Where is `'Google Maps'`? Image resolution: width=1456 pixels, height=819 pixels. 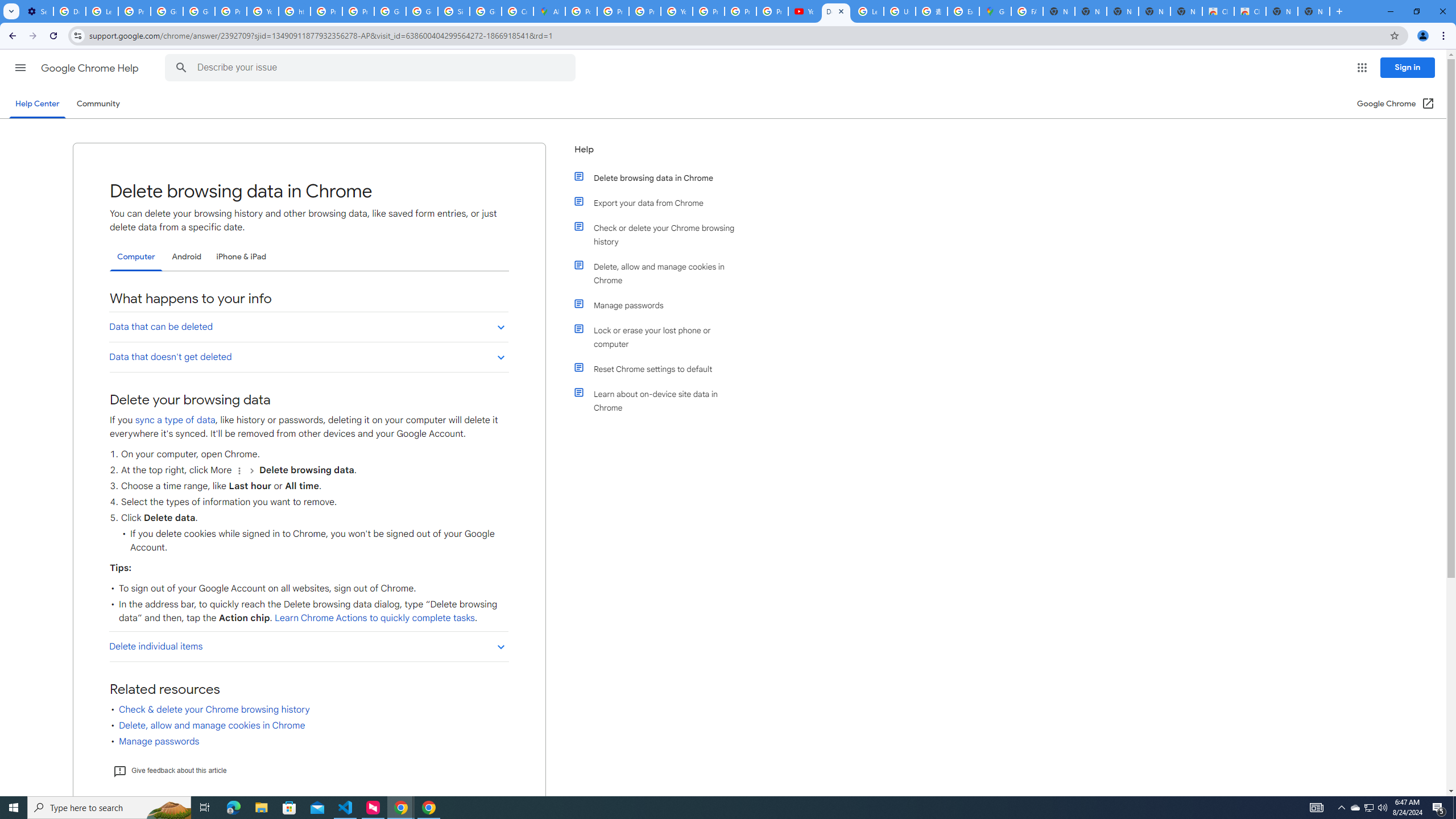
'Google Maps' is located at coordinates (994, 11).